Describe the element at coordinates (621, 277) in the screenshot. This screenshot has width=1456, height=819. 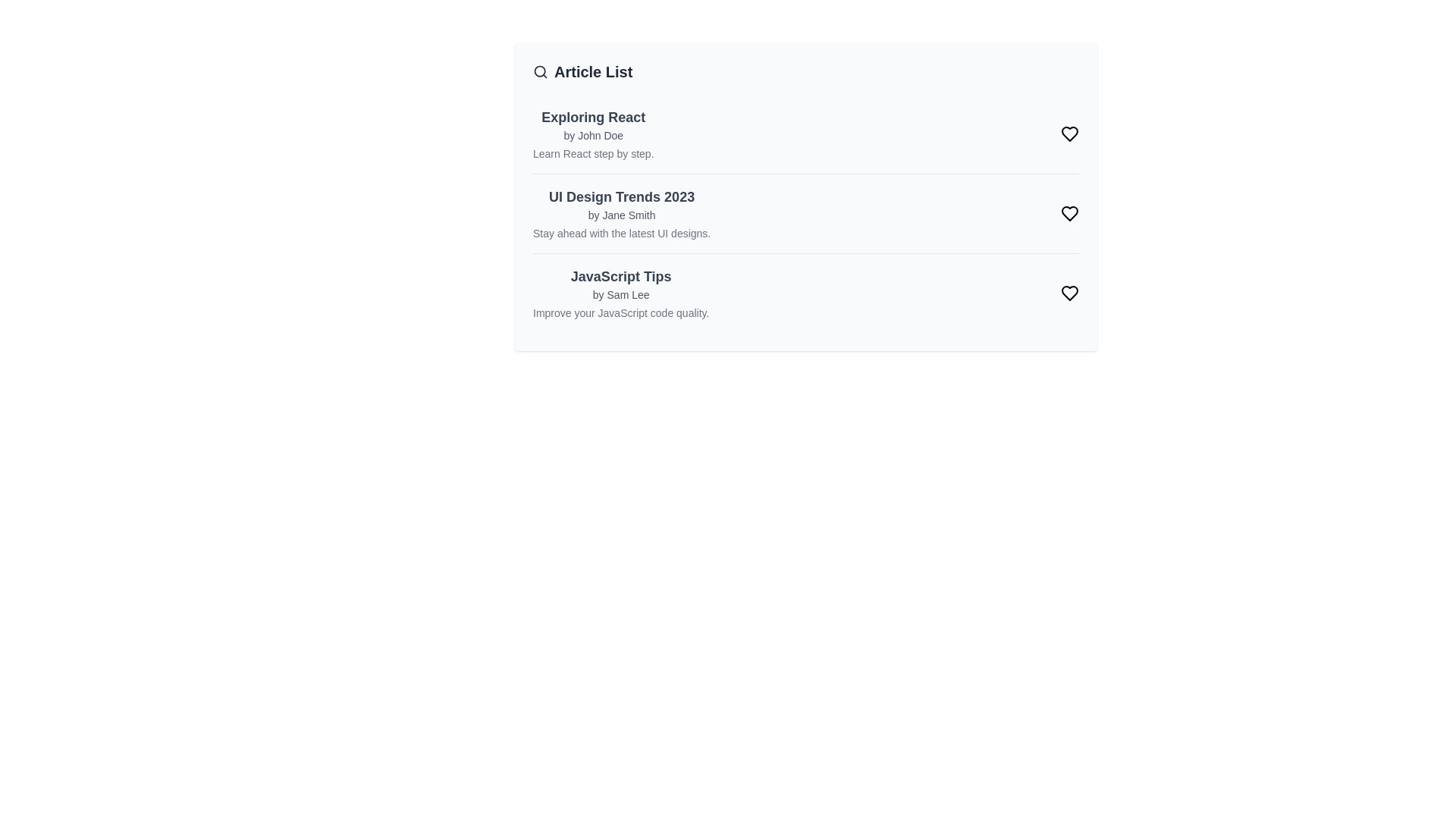
I see `the article titled JavaScript Tips to read its title and snippet` at that location.